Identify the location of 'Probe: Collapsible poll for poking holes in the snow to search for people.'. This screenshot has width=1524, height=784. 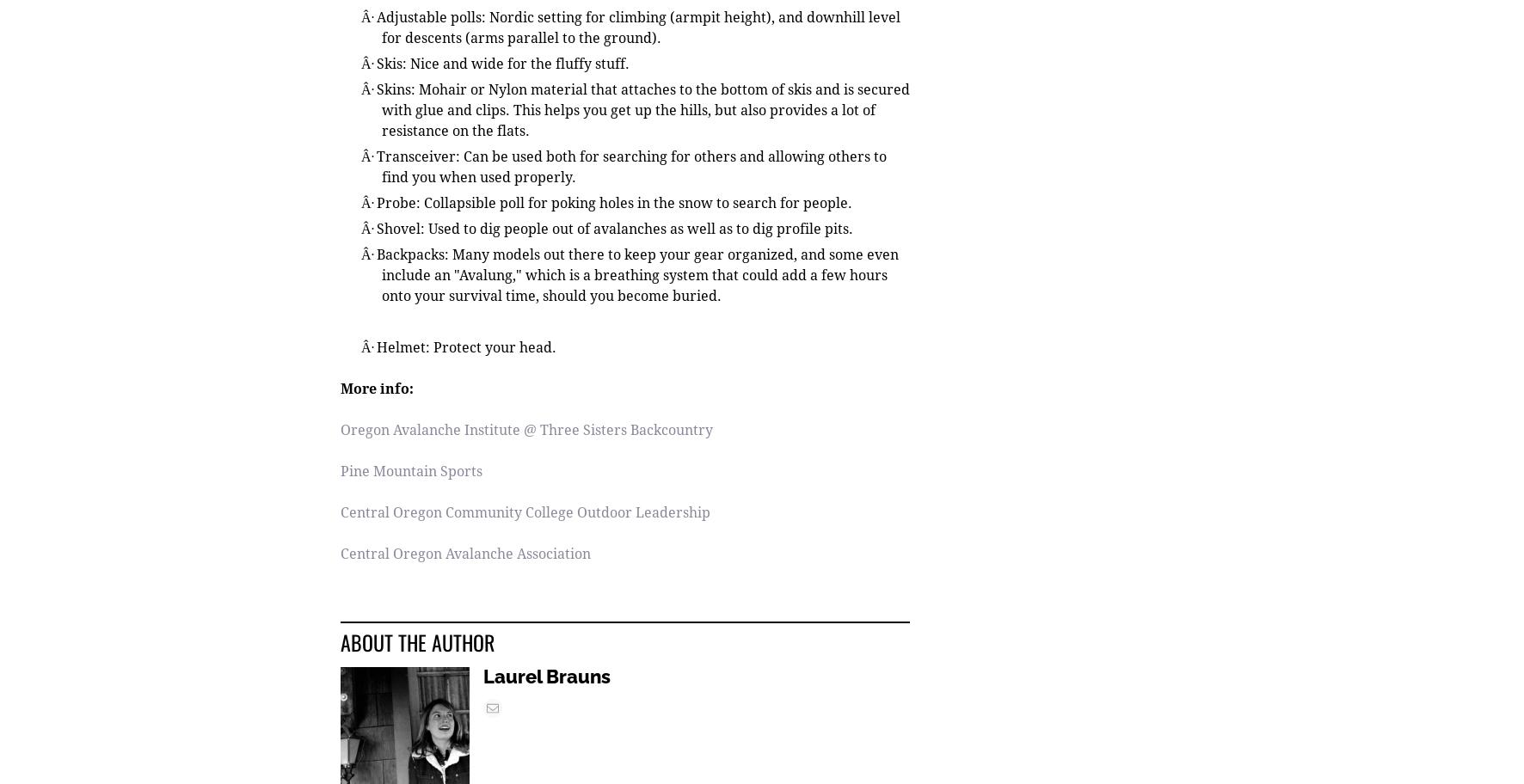
(375, 204).